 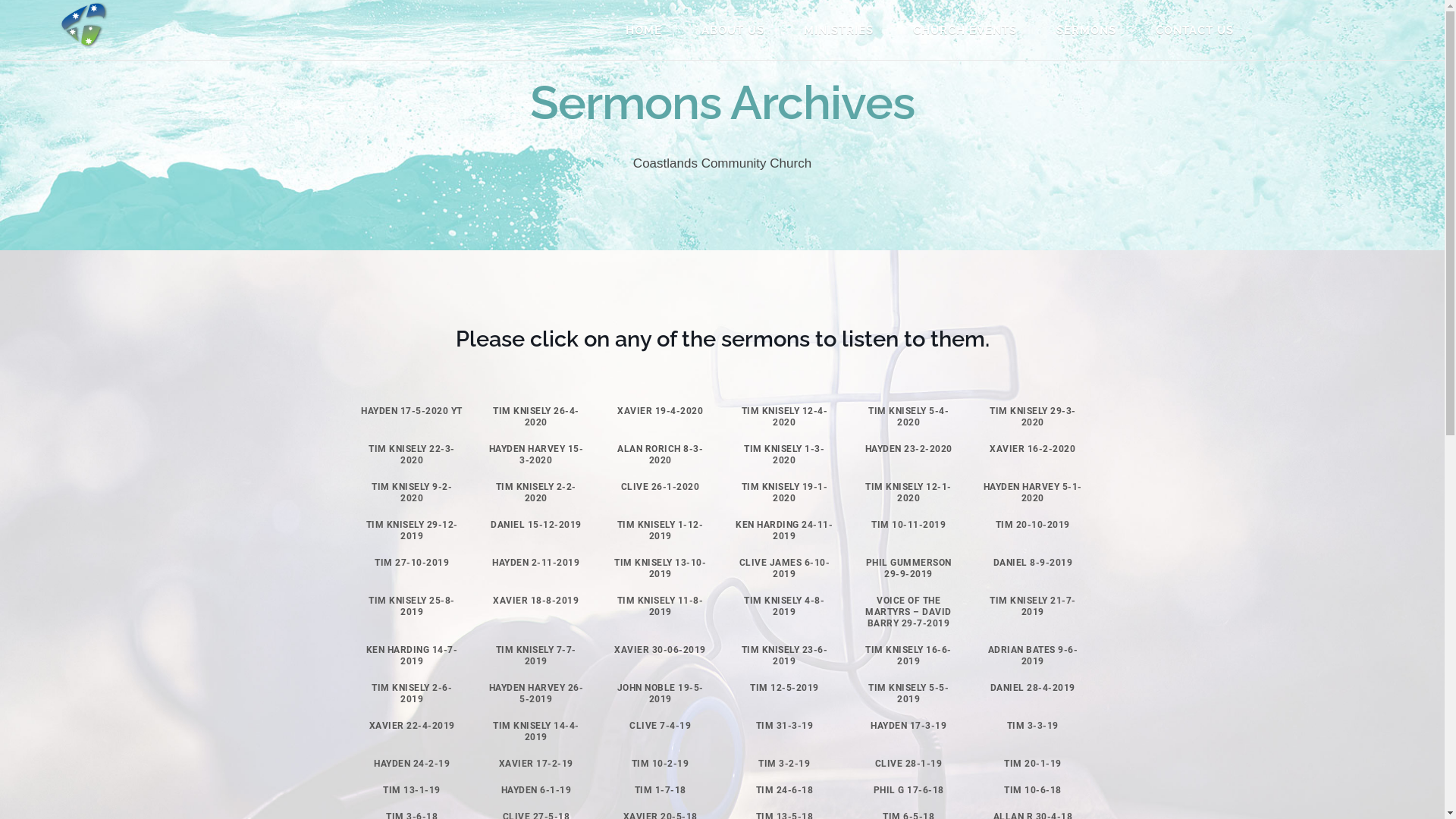 I want to click on 'PHIL G 17-6-18', so click(x=908, y=789).